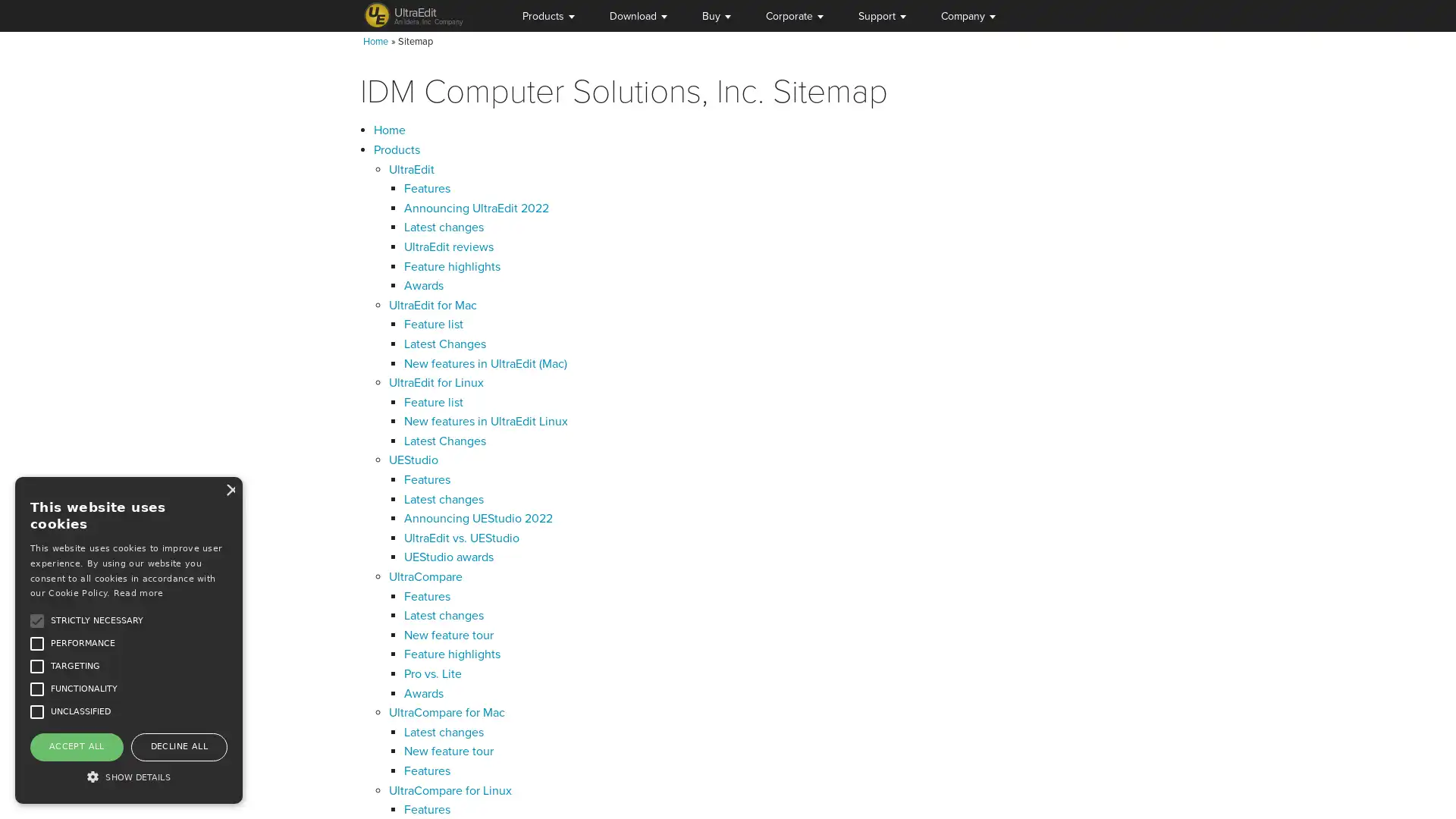 The height and width of the screenshot is (819, 1456). I want to click on SHOW DETAILS, so click(128, 776).